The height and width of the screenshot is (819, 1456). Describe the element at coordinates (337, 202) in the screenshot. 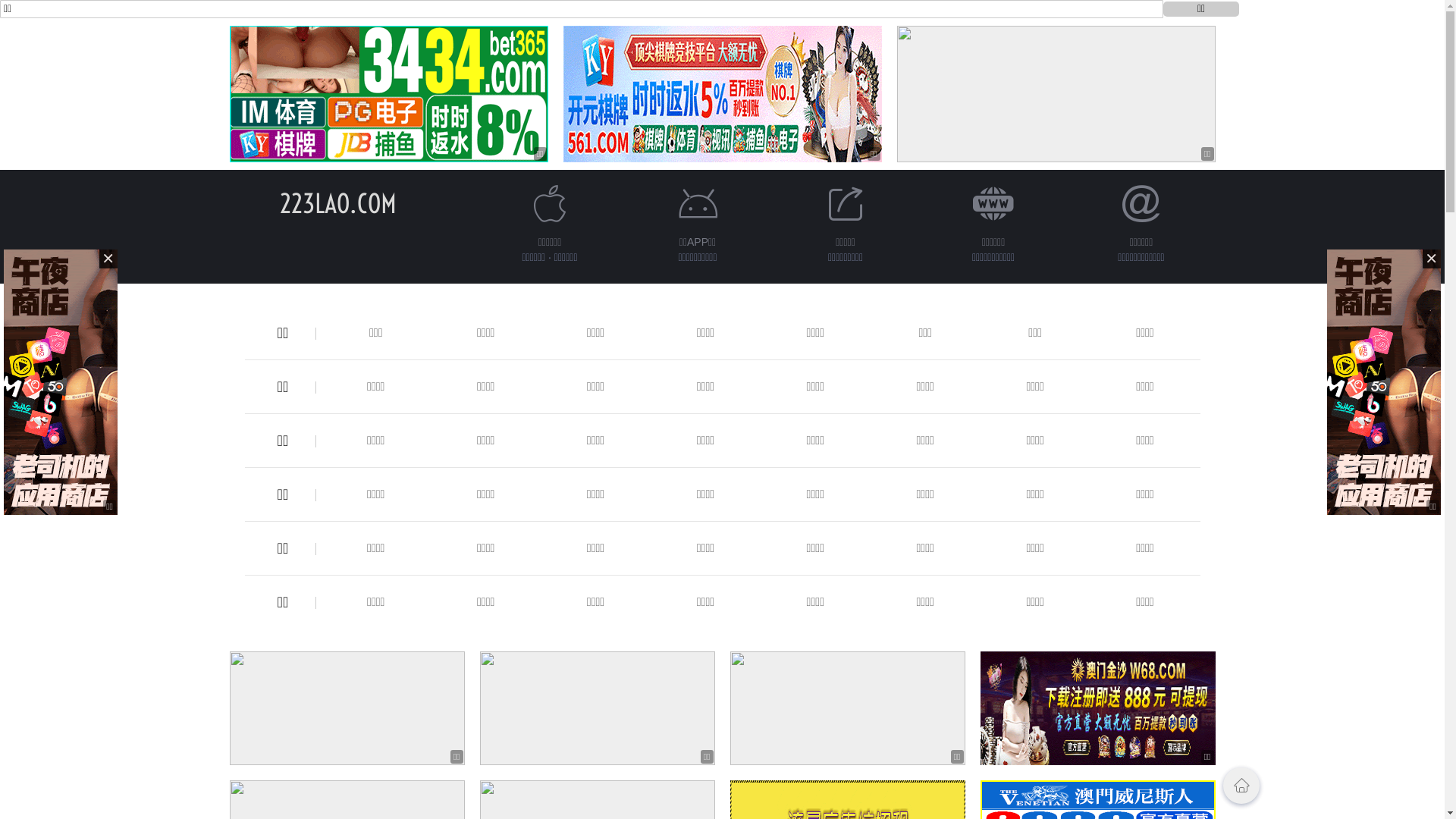

I see `'223LAO.COM'` at that location.